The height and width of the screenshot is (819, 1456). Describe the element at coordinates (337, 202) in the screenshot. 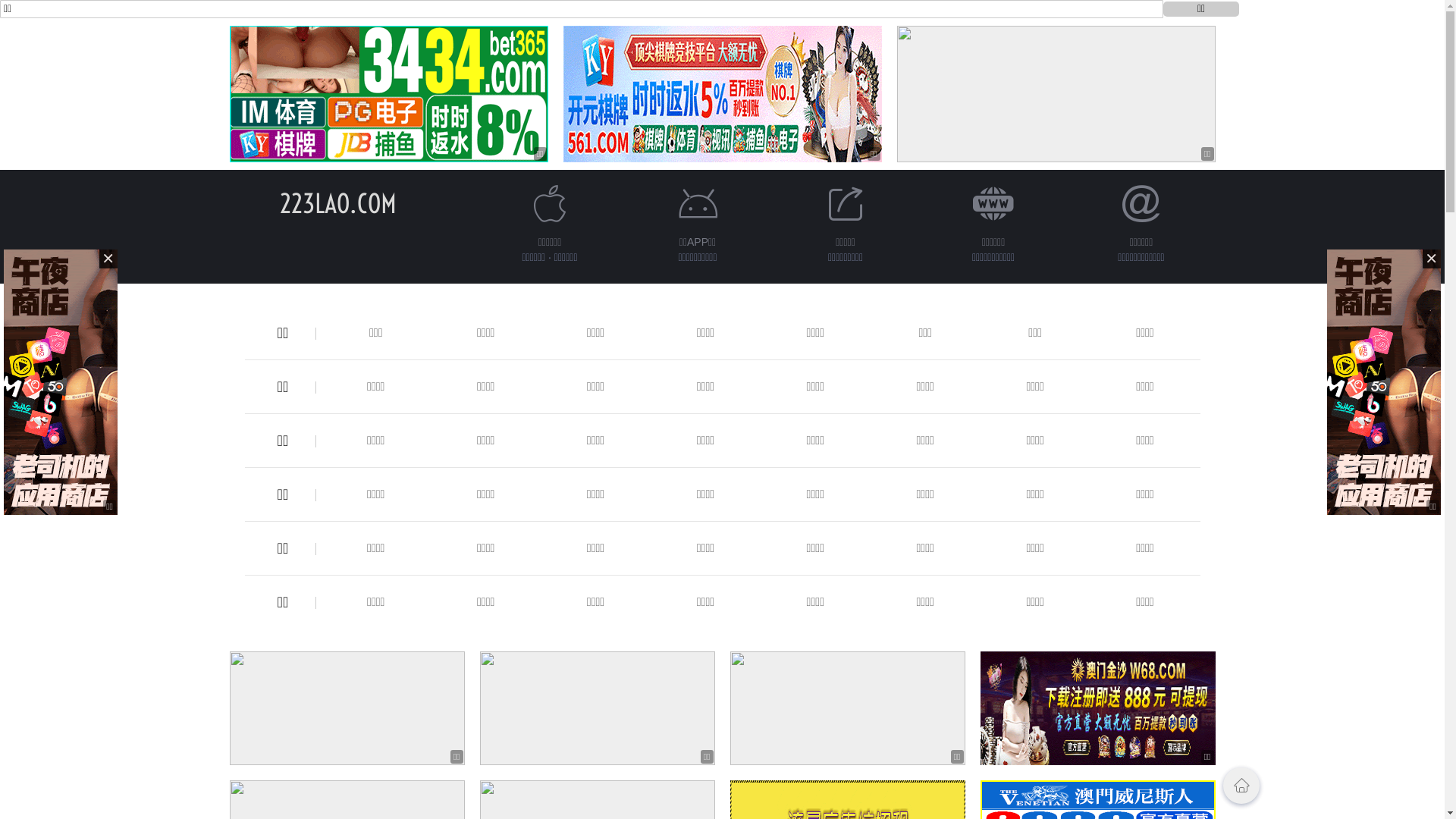

I see `'223LAO.COM'` at that location.